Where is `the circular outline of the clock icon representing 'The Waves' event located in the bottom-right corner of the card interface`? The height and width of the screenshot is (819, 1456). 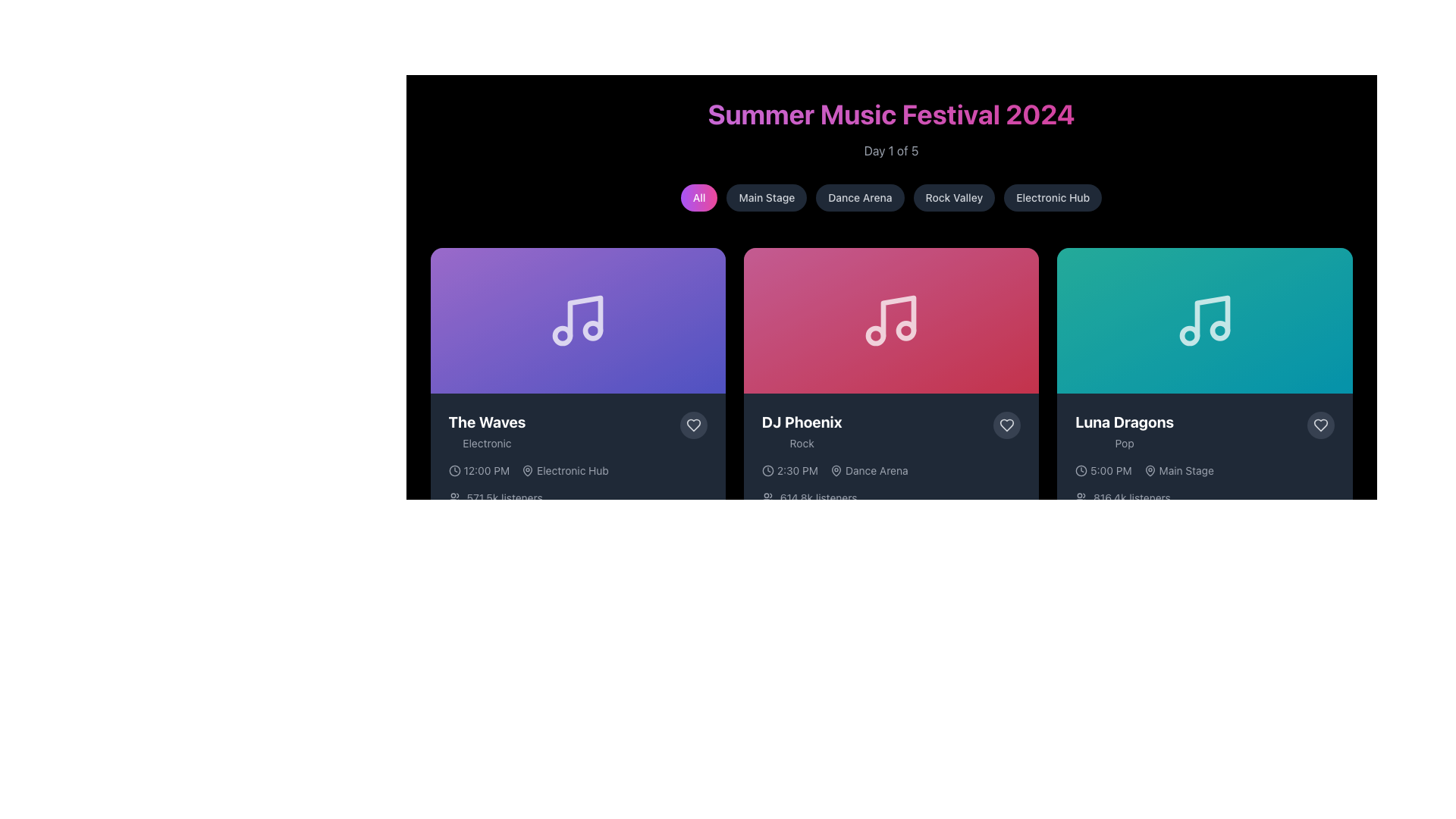 the circular outline of the clock icon representing 'The Waves' event located in the bottom-right corner of the card interface is located at coordinates (453, 470).